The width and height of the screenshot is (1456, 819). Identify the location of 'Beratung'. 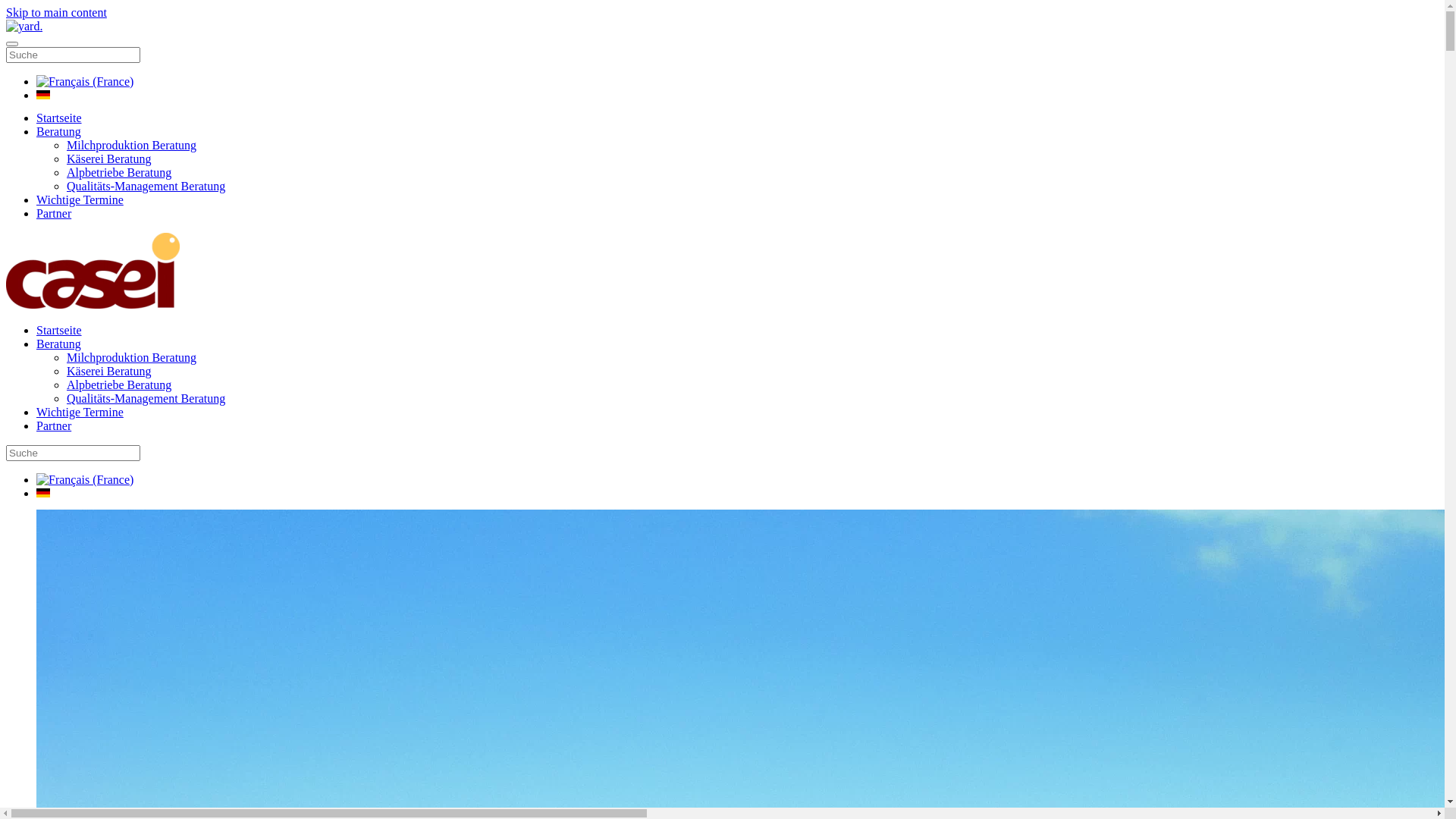
(58, 344).